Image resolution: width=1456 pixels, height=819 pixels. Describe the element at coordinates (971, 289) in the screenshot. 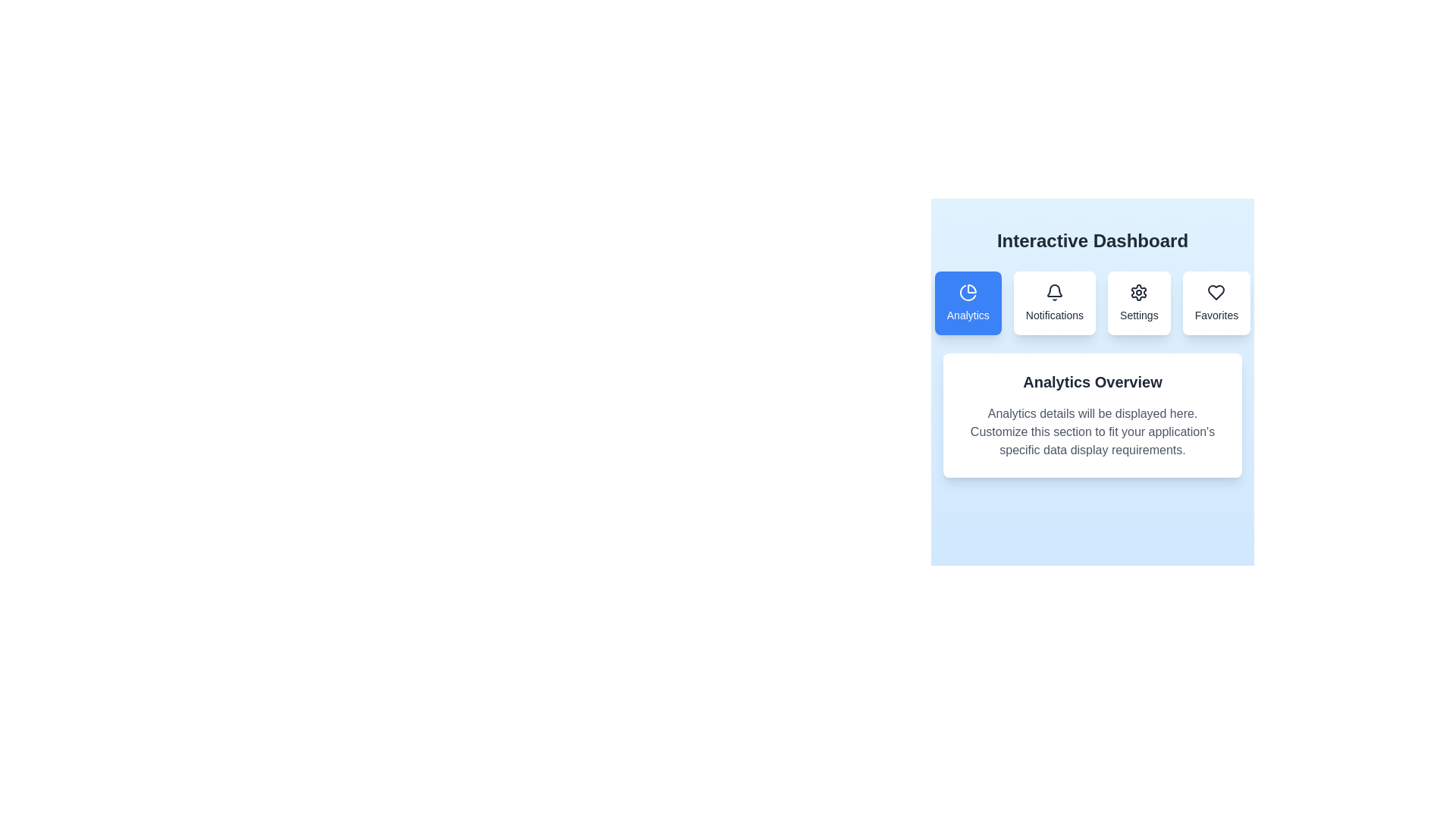

I see `the representation of the 'Analytics' icon located at the top-left corner of the dashboard interface, which serves as a visual icon for the 'Analytics' button` at that location.